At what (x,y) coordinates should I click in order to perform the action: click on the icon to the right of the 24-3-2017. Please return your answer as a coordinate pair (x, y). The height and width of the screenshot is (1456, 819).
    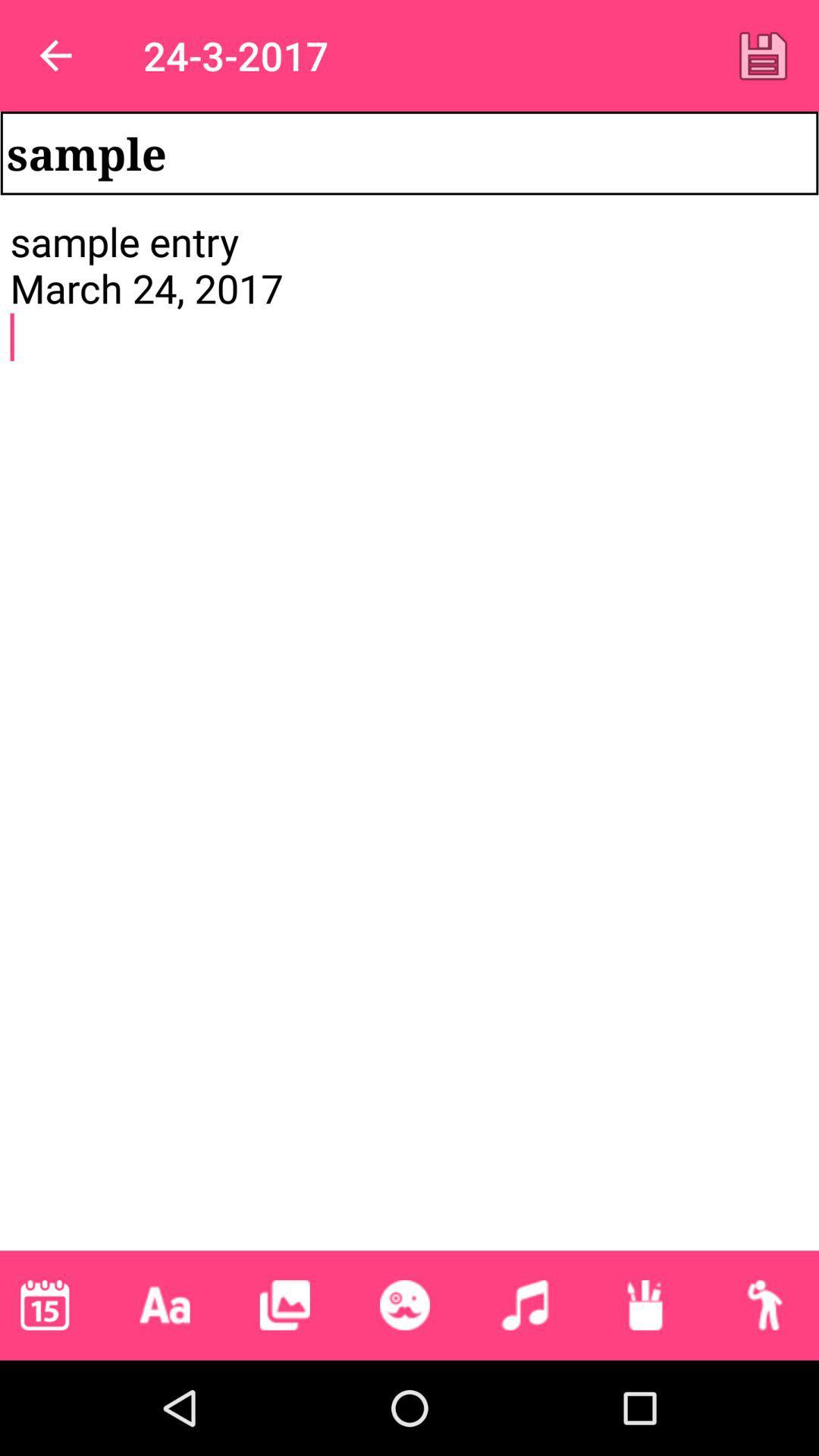
    Looking at the image, I should click on (763, 55).